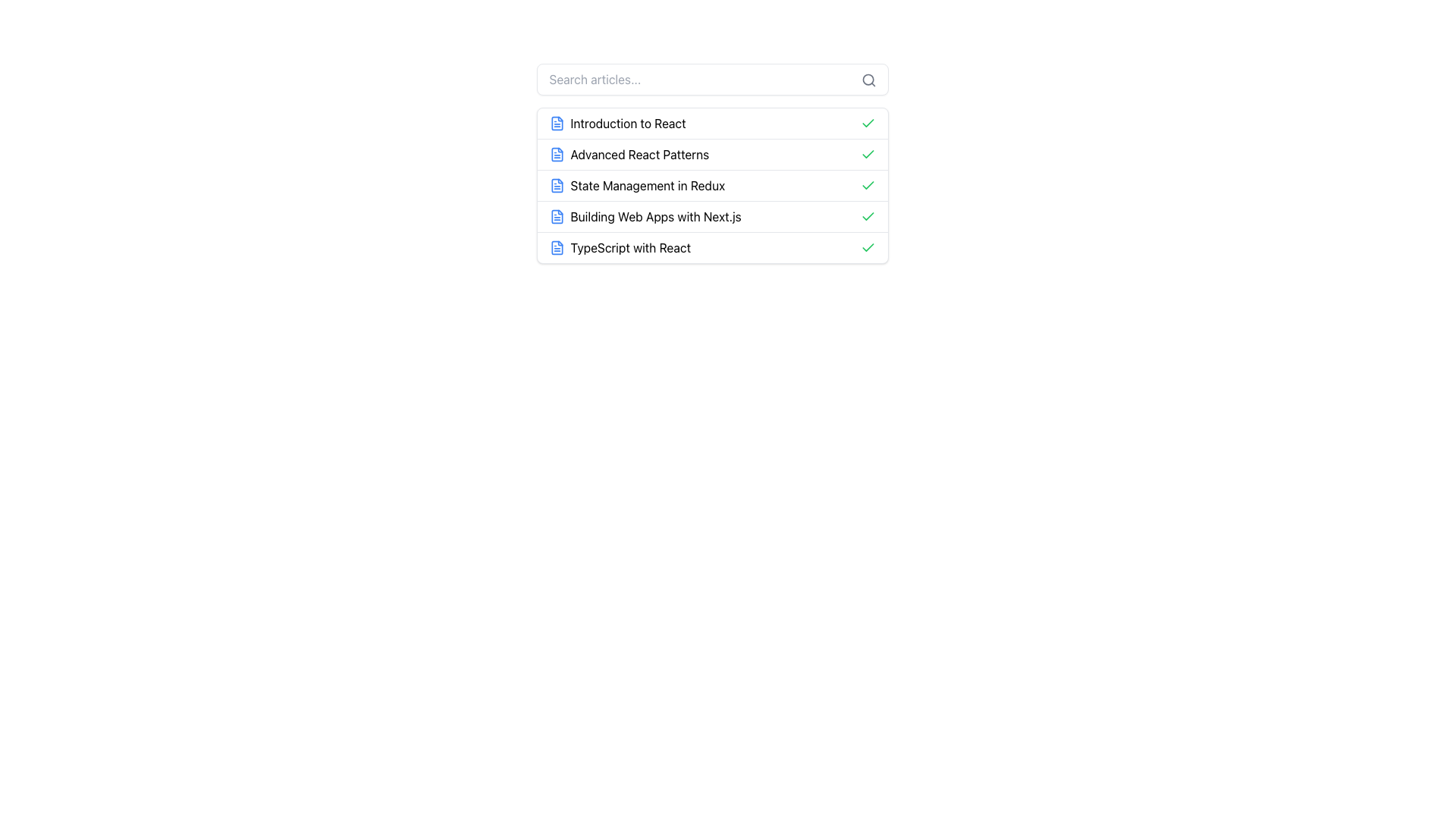 The width and height of the screenshot is (1456, 819). Describe the element at coordinates (645, 216) in the screenshot. I see `the fourth list item labeled 'Building Web Apps with Next.js', which features a small document icon with a blue outline` at that location.